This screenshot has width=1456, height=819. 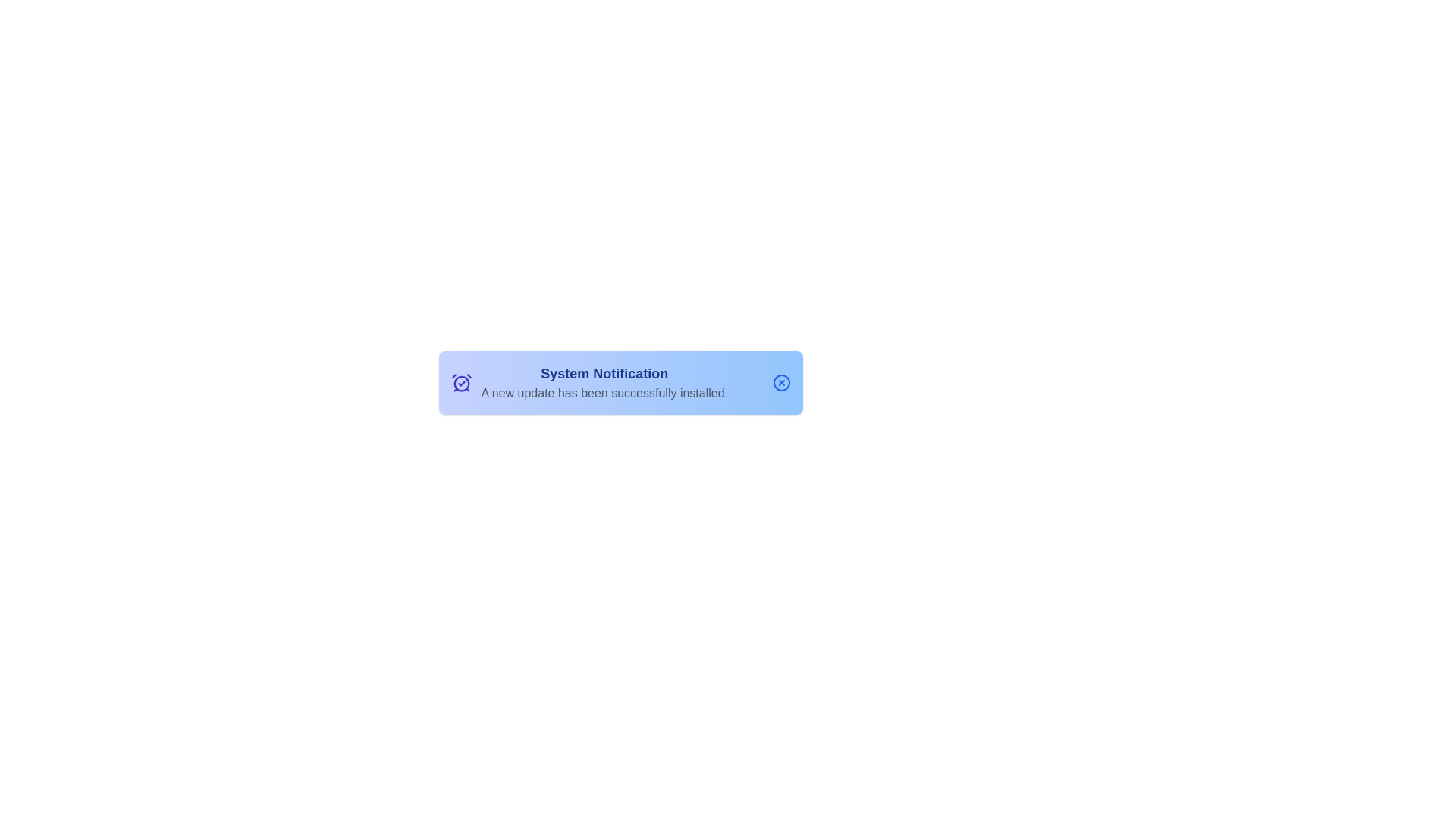 I want to click on the indigo-colored alarm clock icon located on the left side of the 'System Notification' box, so click(x=460, y=382).